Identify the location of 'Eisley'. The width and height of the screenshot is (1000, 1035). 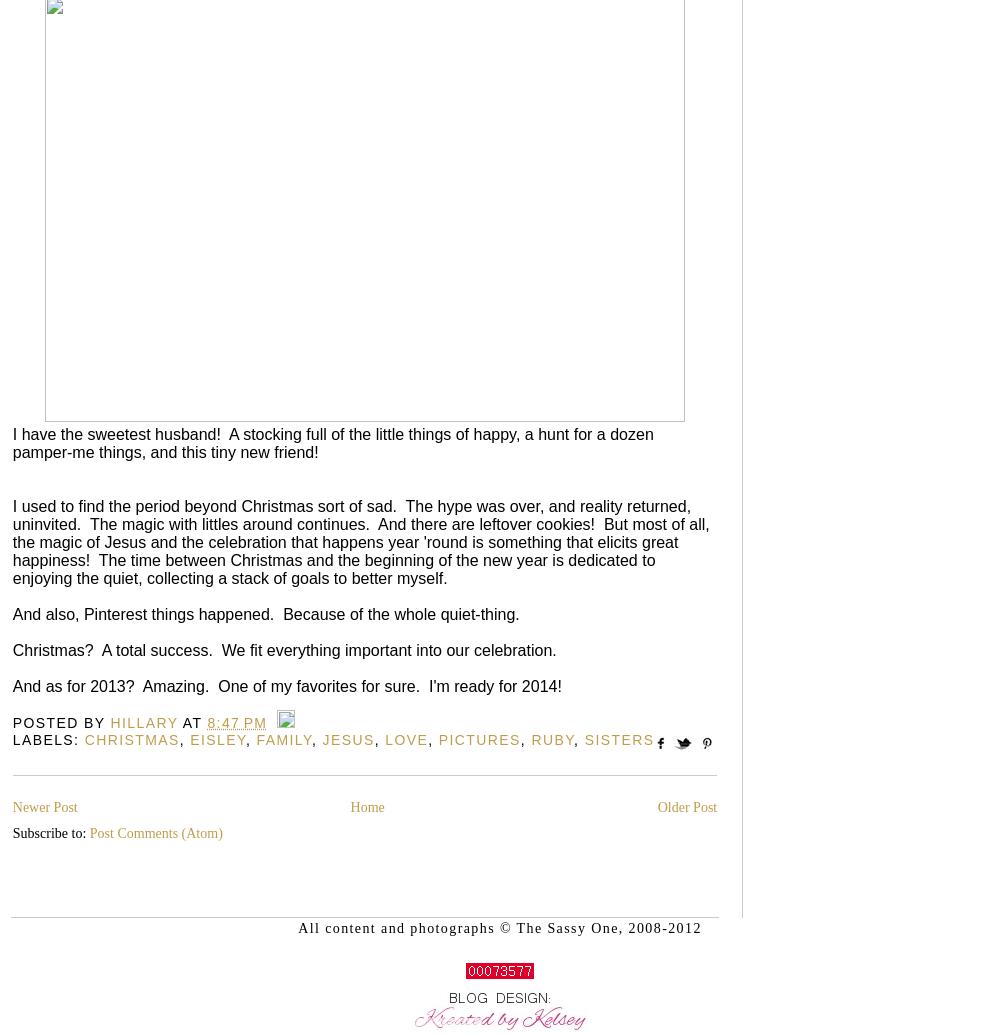
(189, 739).